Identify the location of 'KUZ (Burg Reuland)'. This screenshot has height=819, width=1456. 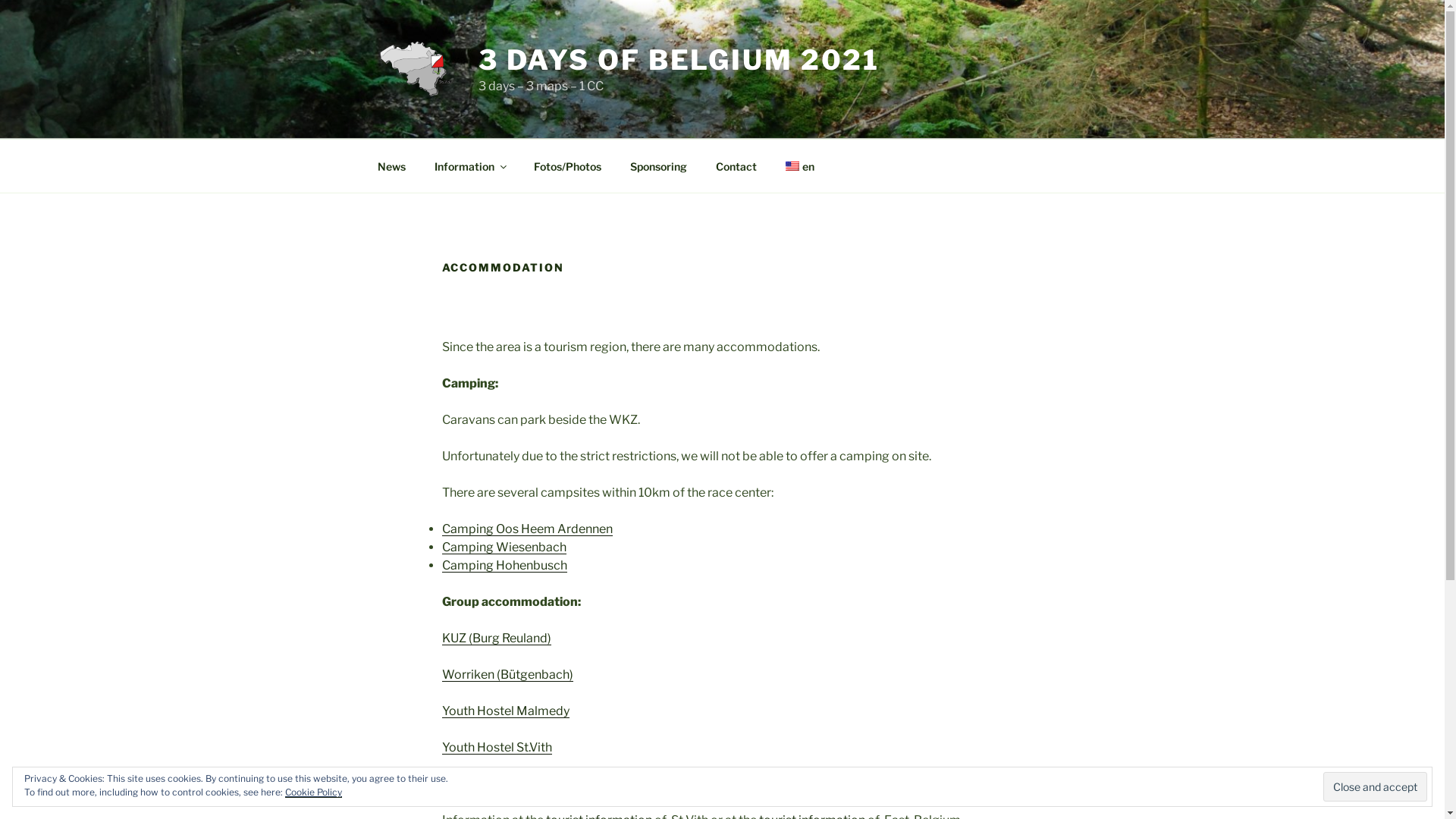
(495, 638).